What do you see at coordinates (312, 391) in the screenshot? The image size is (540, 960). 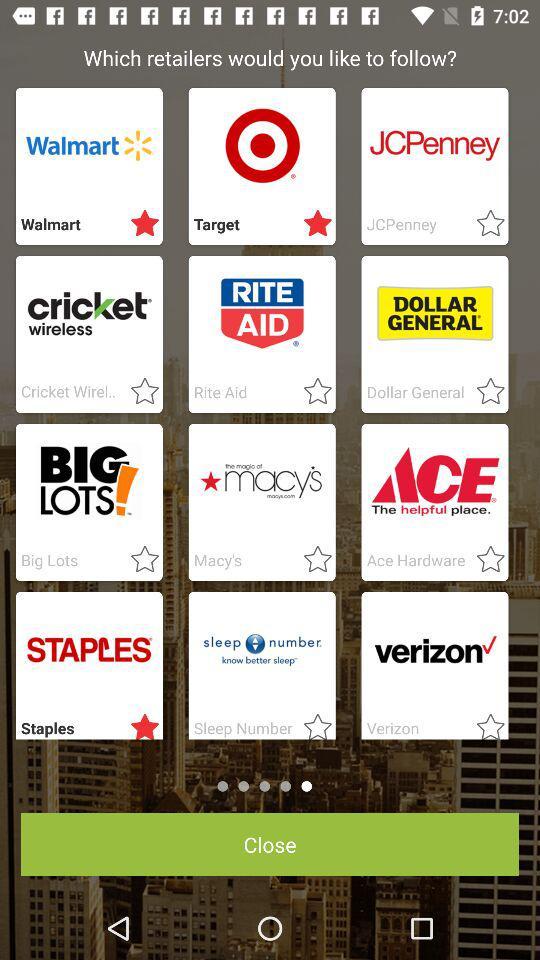 I see `star rating` at bounding box center [312, 391].